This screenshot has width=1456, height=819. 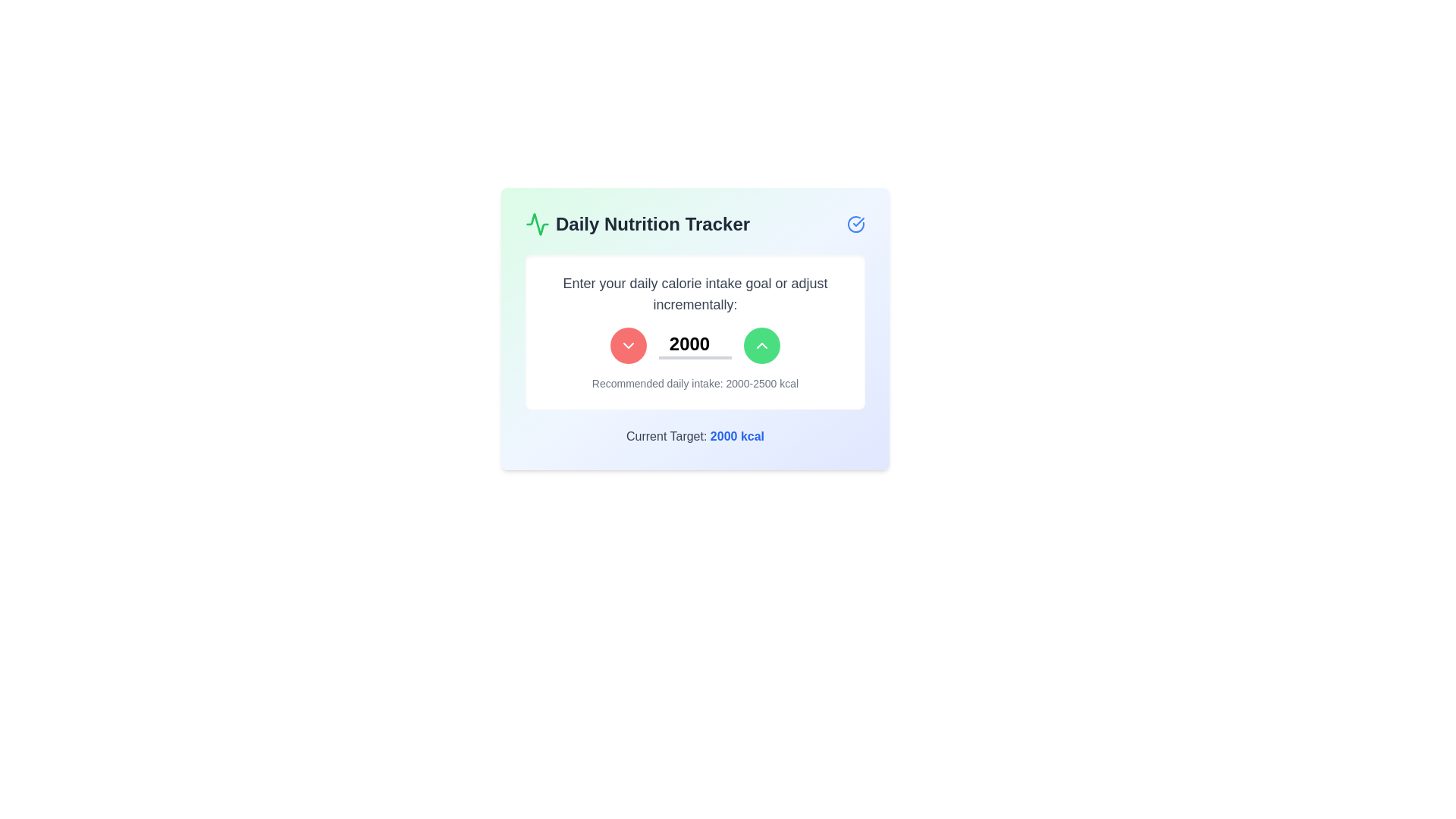 What do you see at coordinates (653, 224) in the screenshot?
I see `the static text header that indicates the daily nutrition tracker, positioned between a green activity icon and a circular arrow icon` at bounding box center [653, 224].